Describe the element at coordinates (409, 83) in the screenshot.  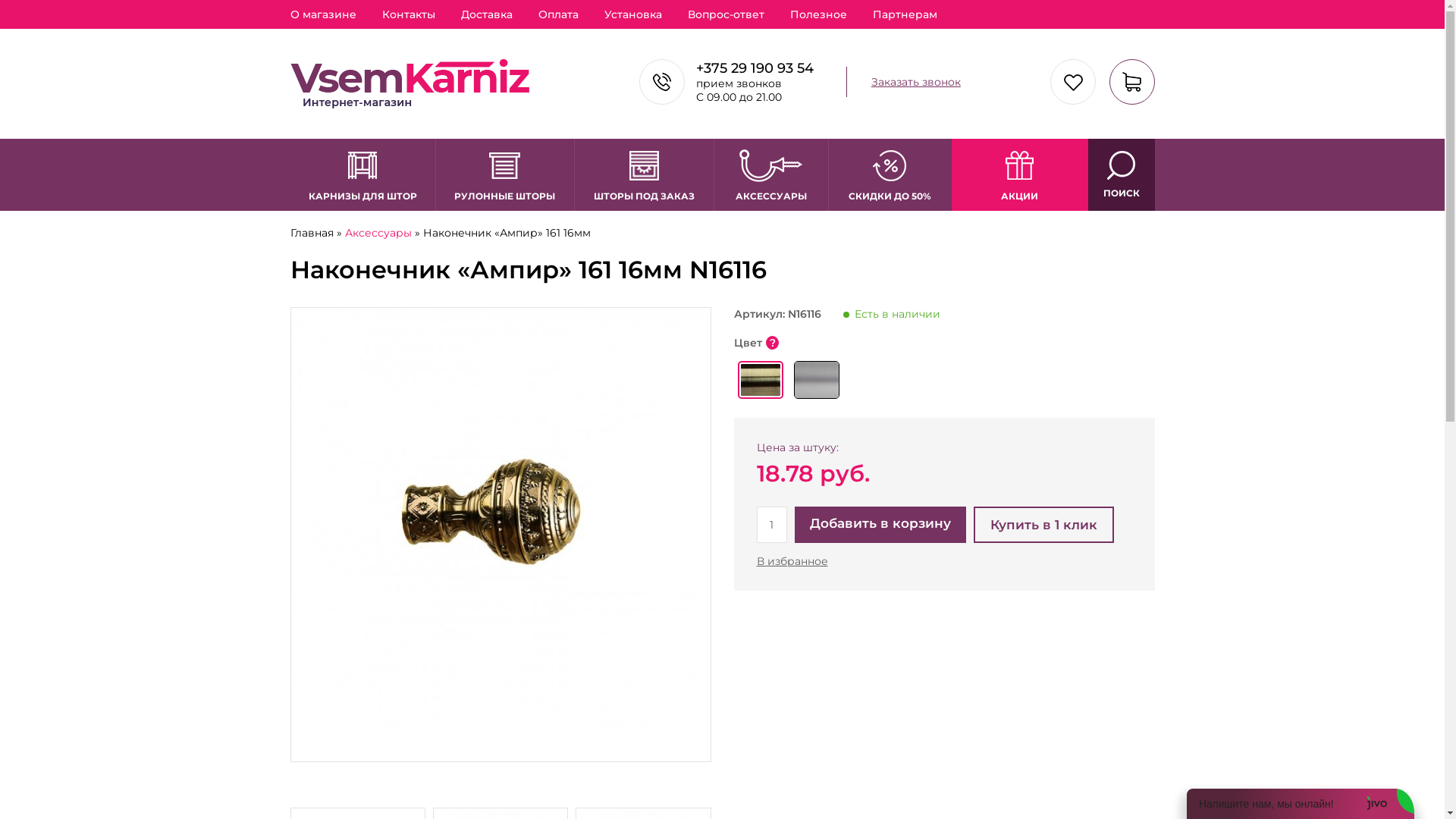
I see `'vsemkarniz.by'` at that location.